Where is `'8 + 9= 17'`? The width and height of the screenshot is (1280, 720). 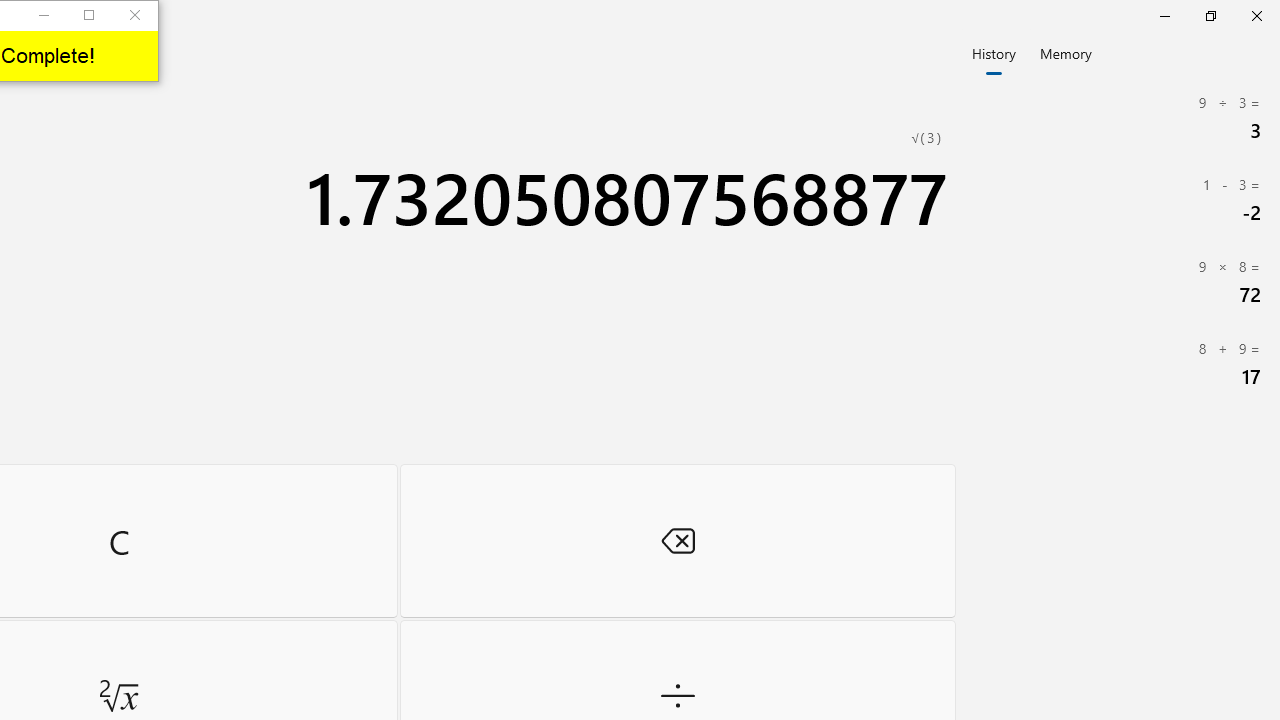
'8 + 9= 17' is located at coordinates (1120, 363).